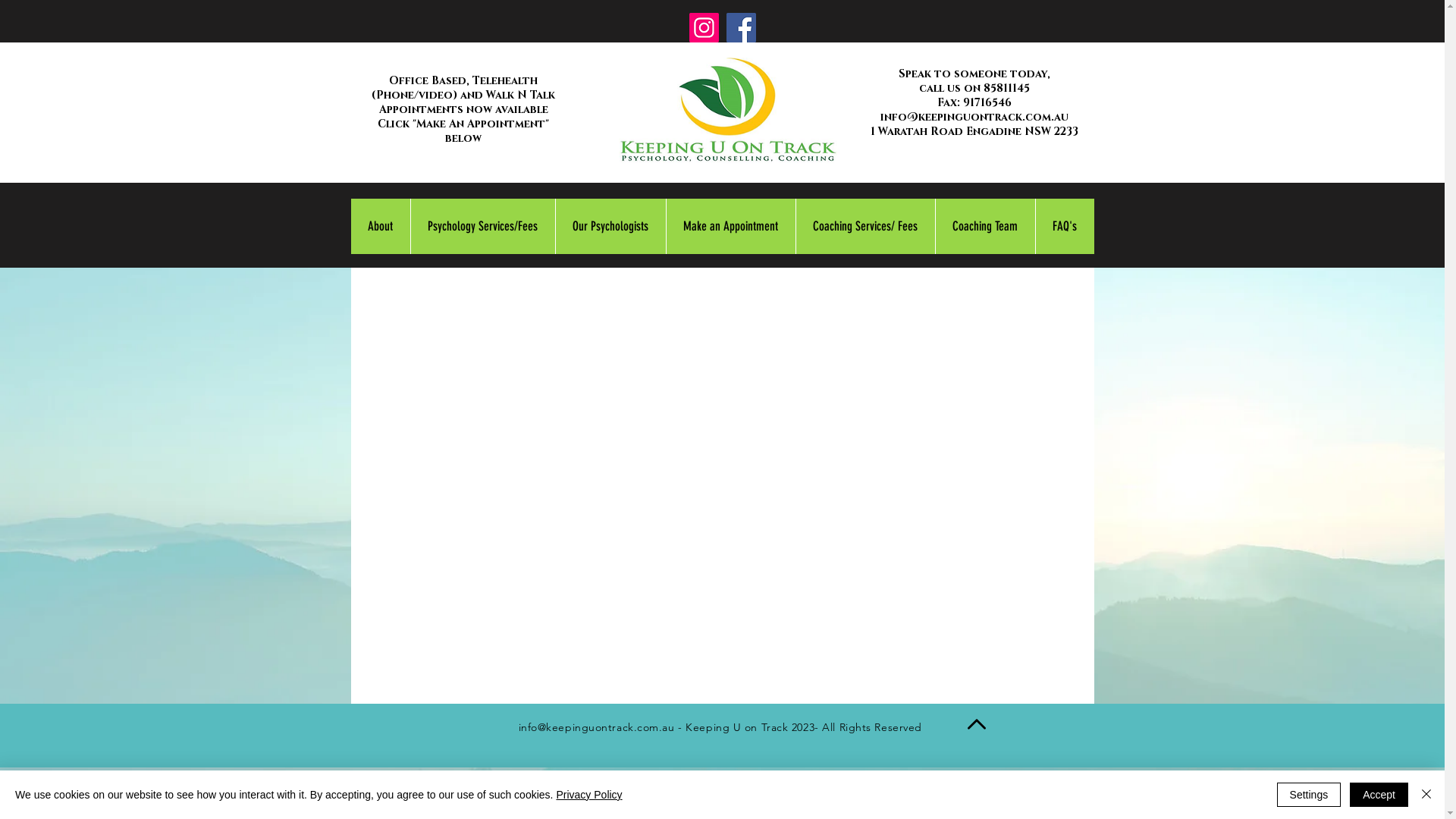  Describe the element at coordinates (793, 226) in the screenshot. I see `'Coaching Services/ Fees'` at that location.